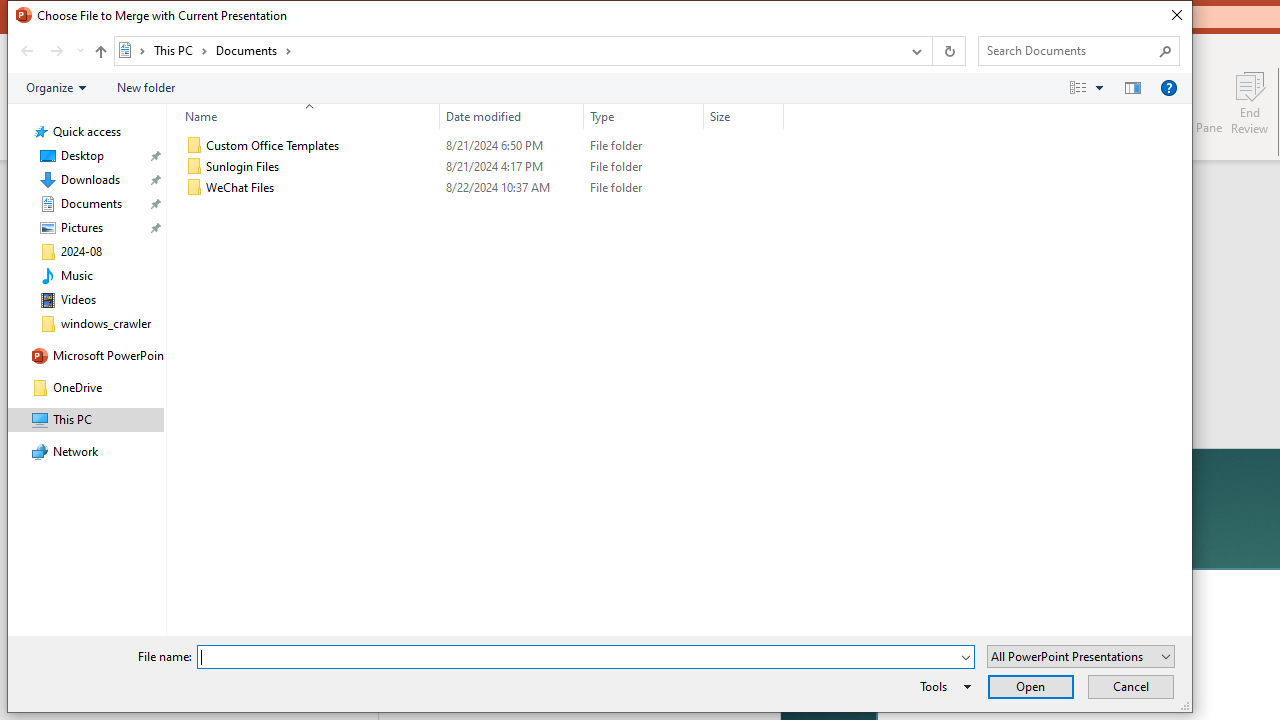 The width and height of the screenshot is (1280, 720). Describe the element at coordinates (576, 657) in the screenshot. I see `'File name:'` at that location.